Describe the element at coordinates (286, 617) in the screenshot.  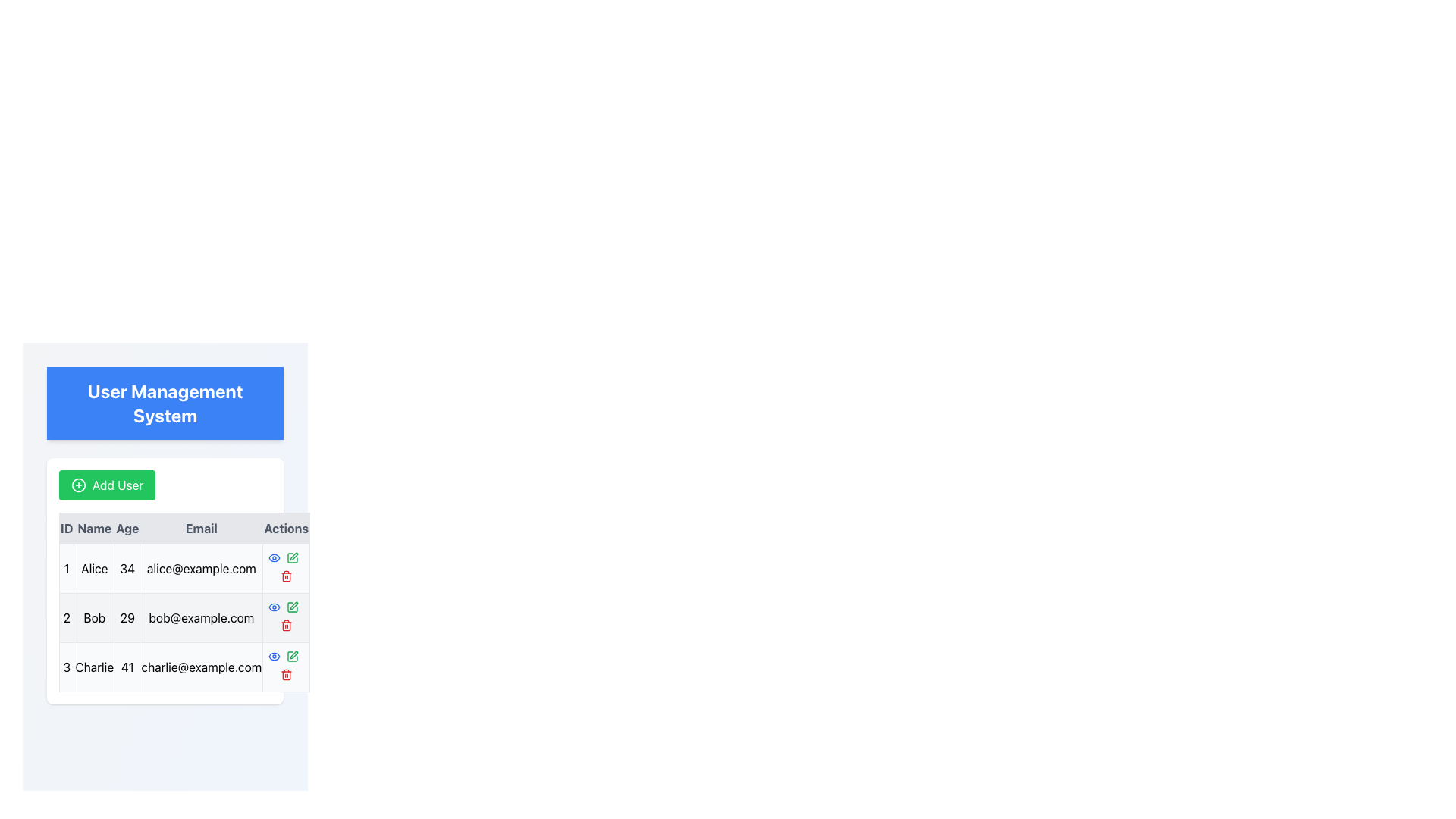
I see `the red trash bin icon representing the delete action for the user 'Bob' in the second row of the user data table to possibly see a tooltip` at that location.